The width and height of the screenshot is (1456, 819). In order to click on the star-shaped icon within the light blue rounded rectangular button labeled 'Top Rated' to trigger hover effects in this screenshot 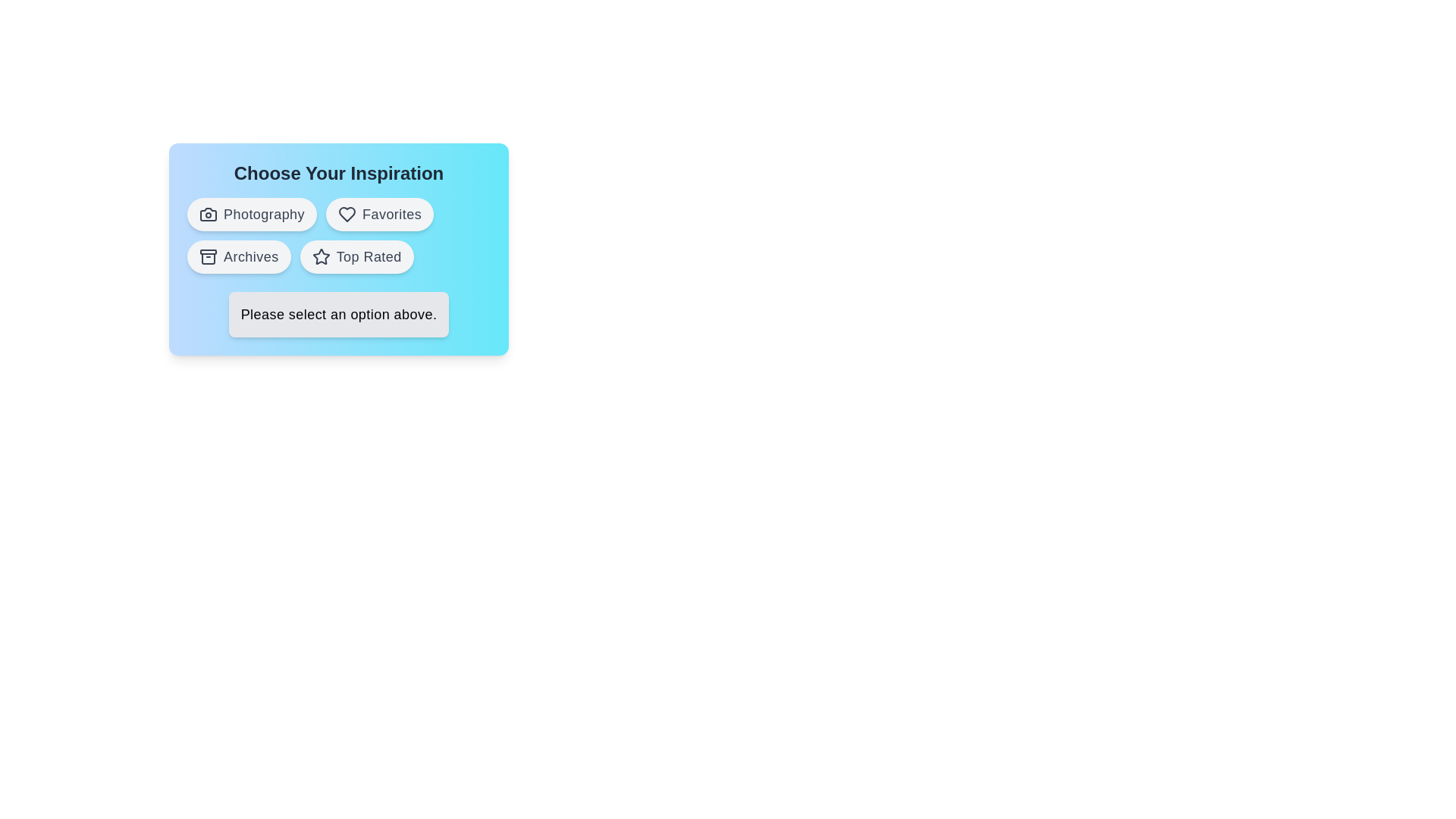, I will do `click(320, 256)`.